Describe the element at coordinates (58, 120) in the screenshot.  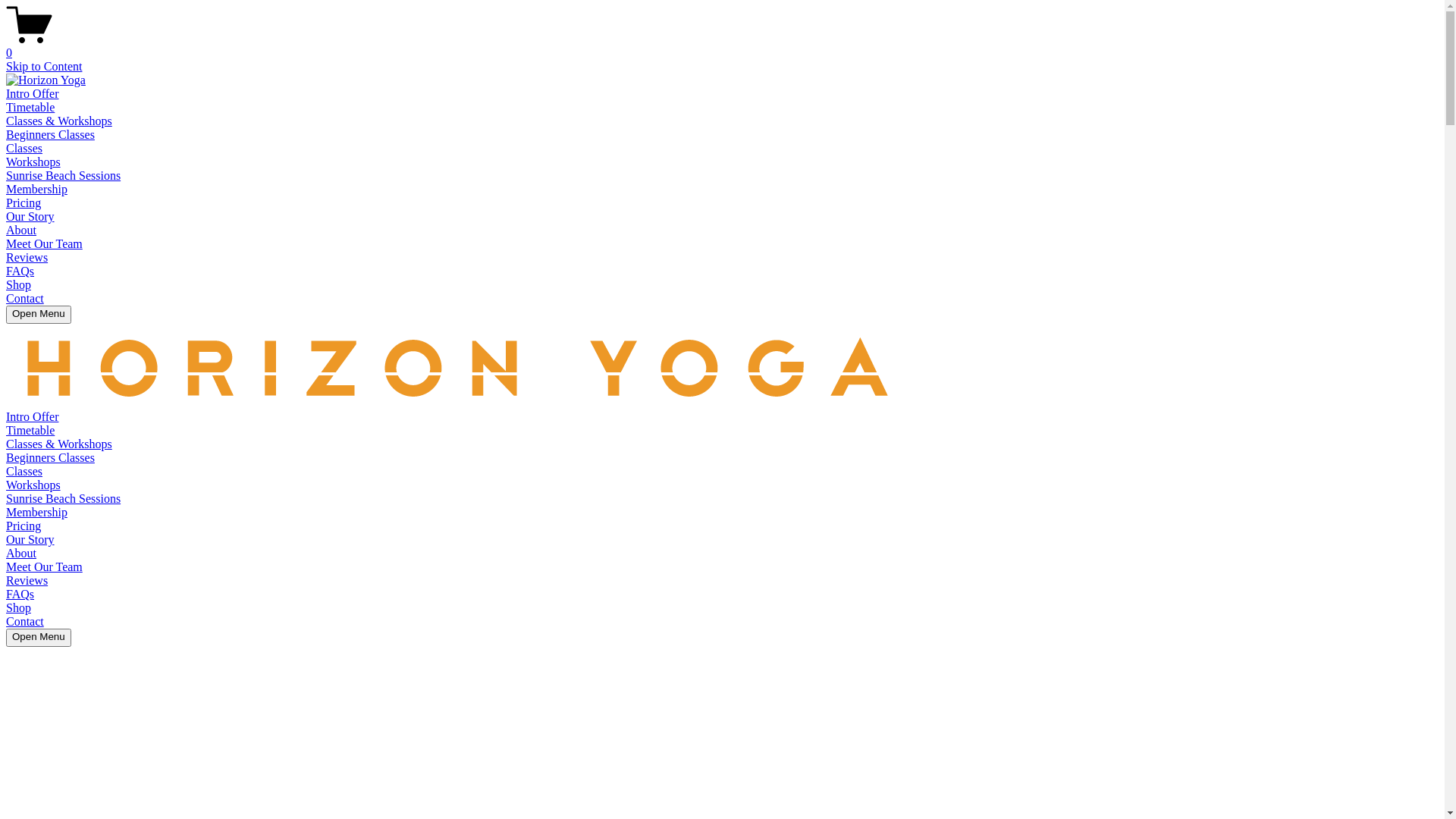
I see `'Classes & Workshops'` at that location.